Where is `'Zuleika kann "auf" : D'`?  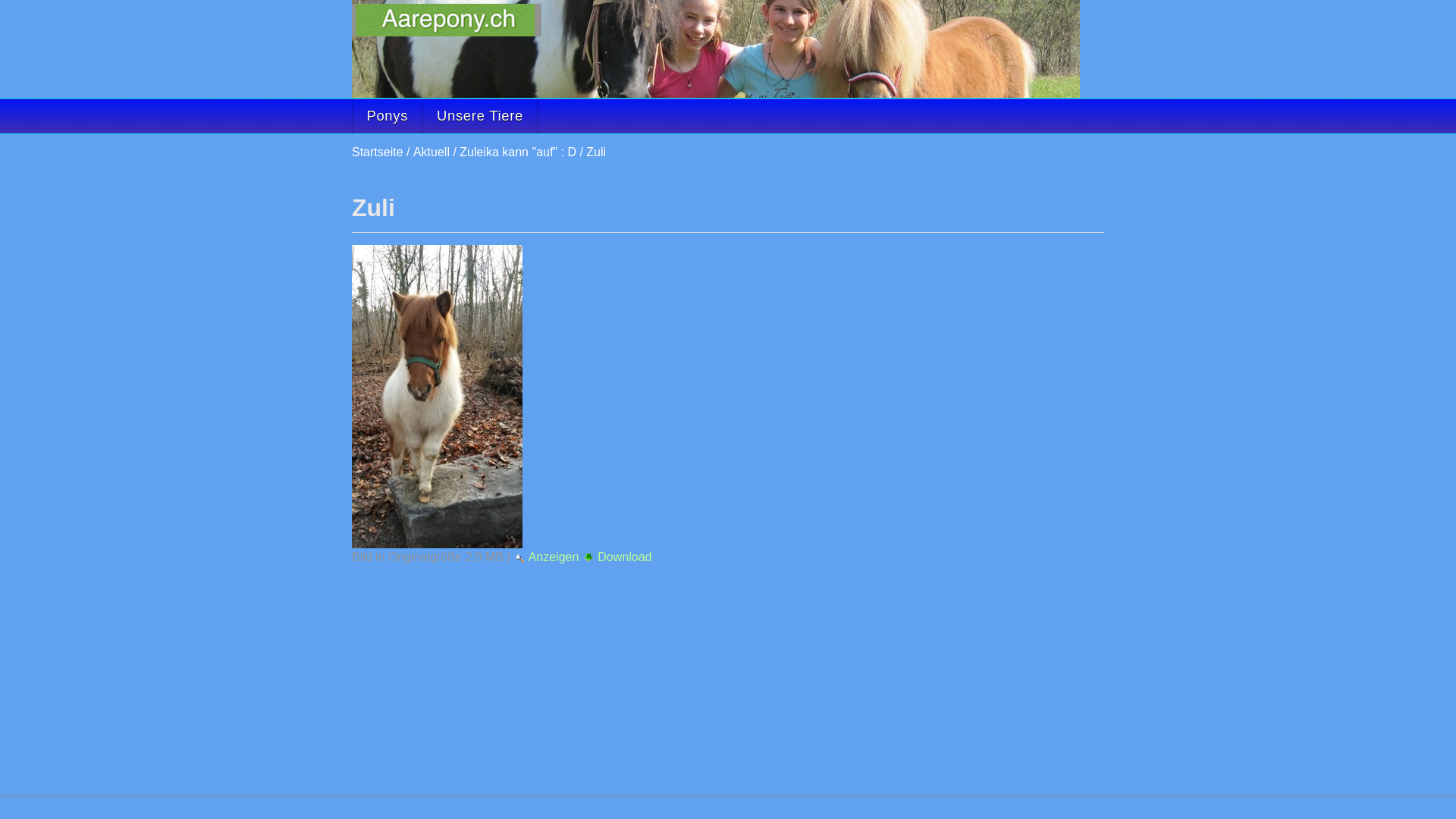 'Zuleika kann "auf" : D' is located at coordinates (517, 152).